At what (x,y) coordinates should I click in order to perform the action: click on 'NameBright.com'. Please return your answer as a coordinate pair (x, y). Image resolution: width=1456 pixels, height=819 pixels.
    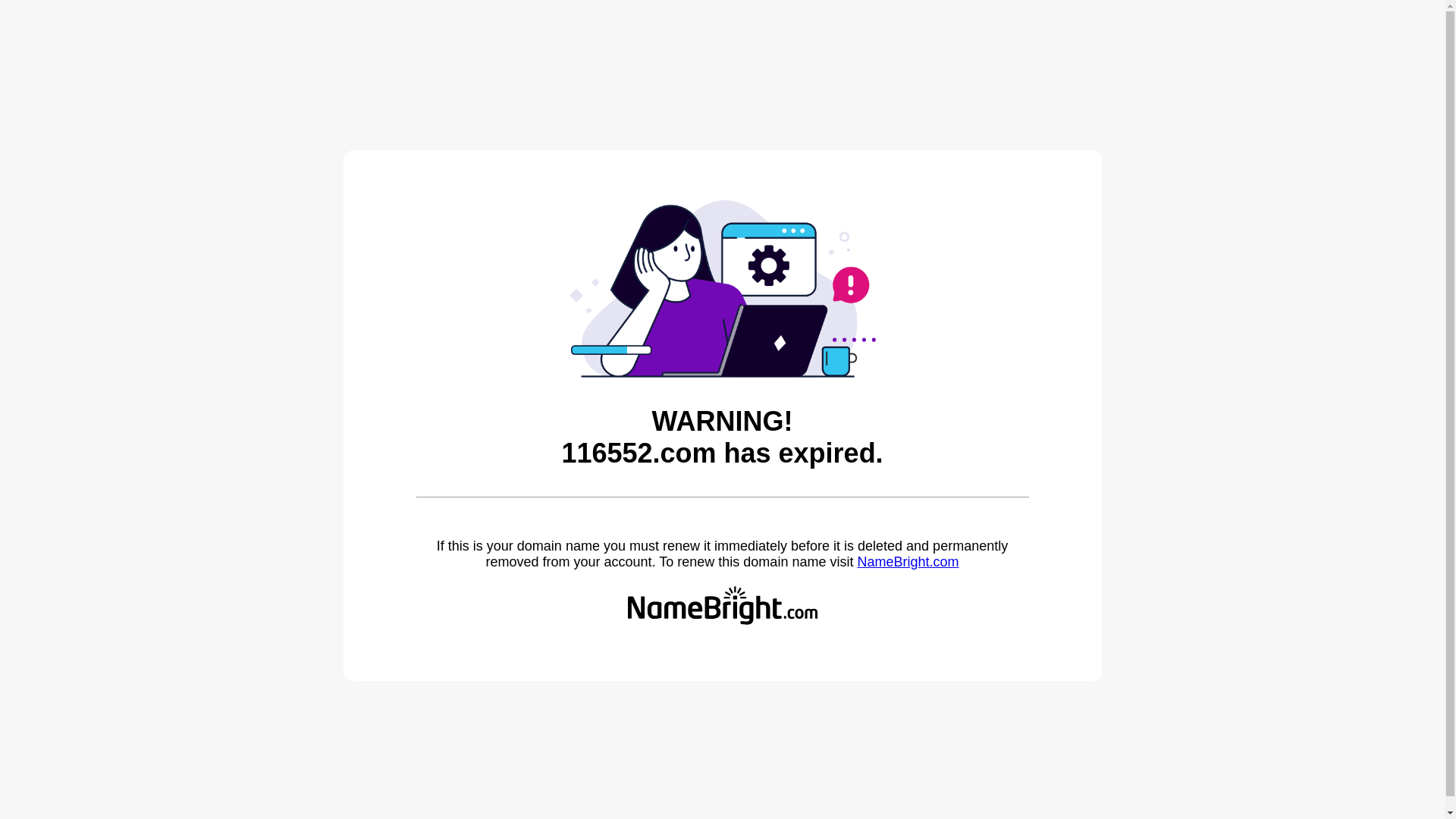
    Looking at the image, I should click on (907, 561).